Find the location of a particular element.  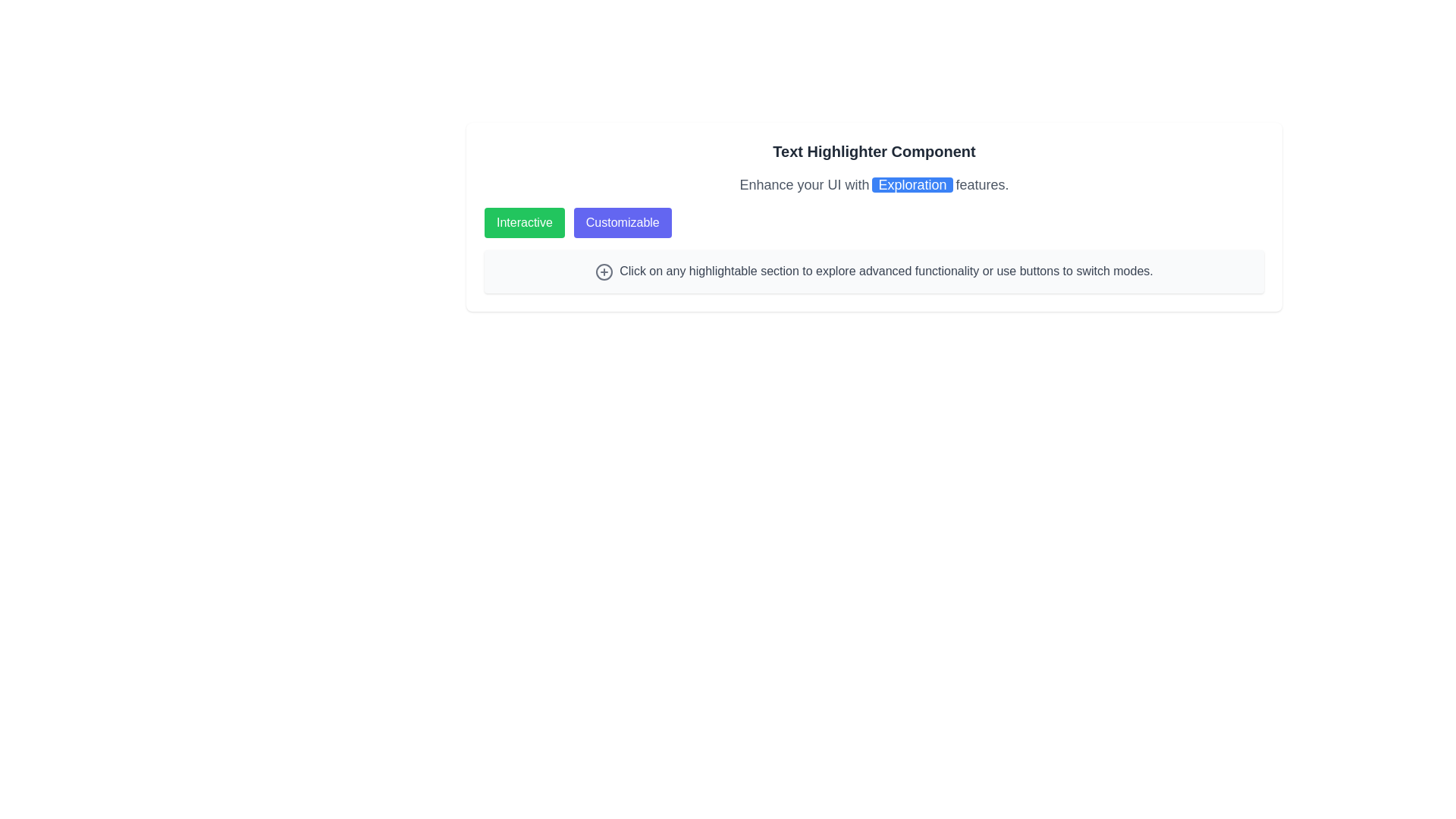

the button labeled 'Exploration' which has a blue background and white text, distinctively styled and positioned within the sentence 'Enhance your UI with Exploration features.' is located at coordinates (912, 184).